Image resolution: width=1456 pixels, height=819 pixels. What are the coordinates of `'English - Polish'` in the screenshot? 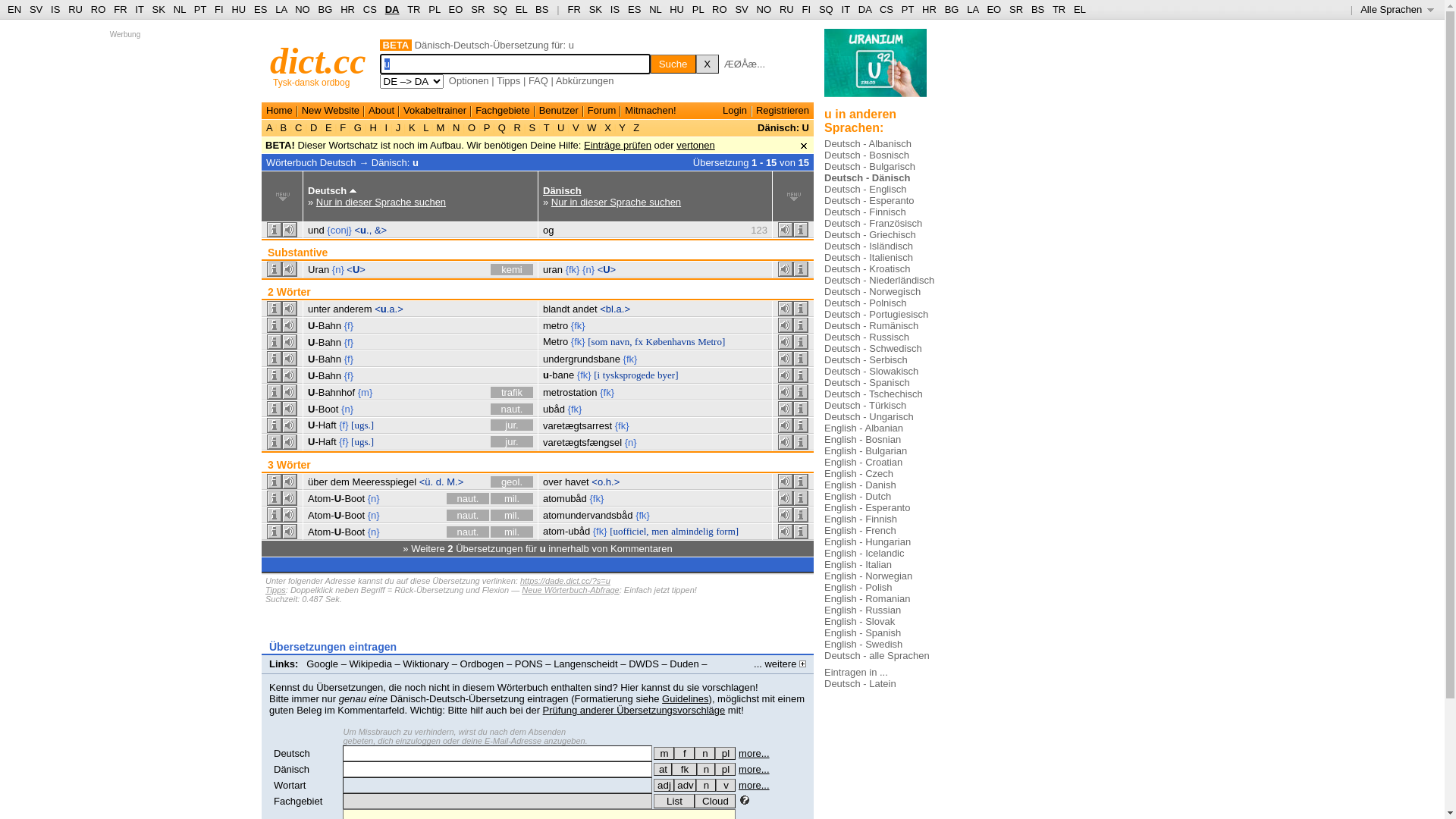 It's located at (823, 586).